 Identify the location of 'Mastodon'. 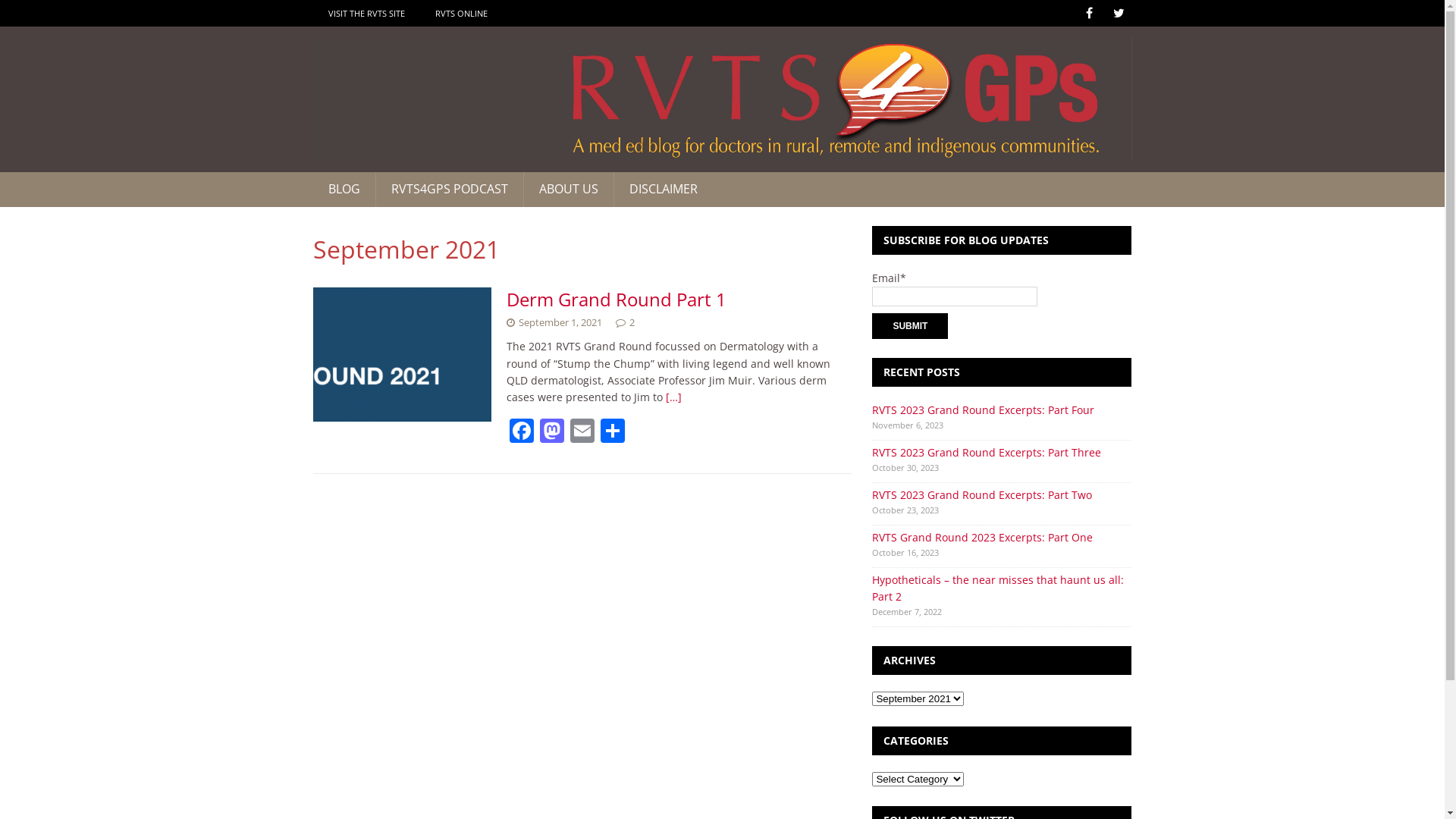
(537, 432).